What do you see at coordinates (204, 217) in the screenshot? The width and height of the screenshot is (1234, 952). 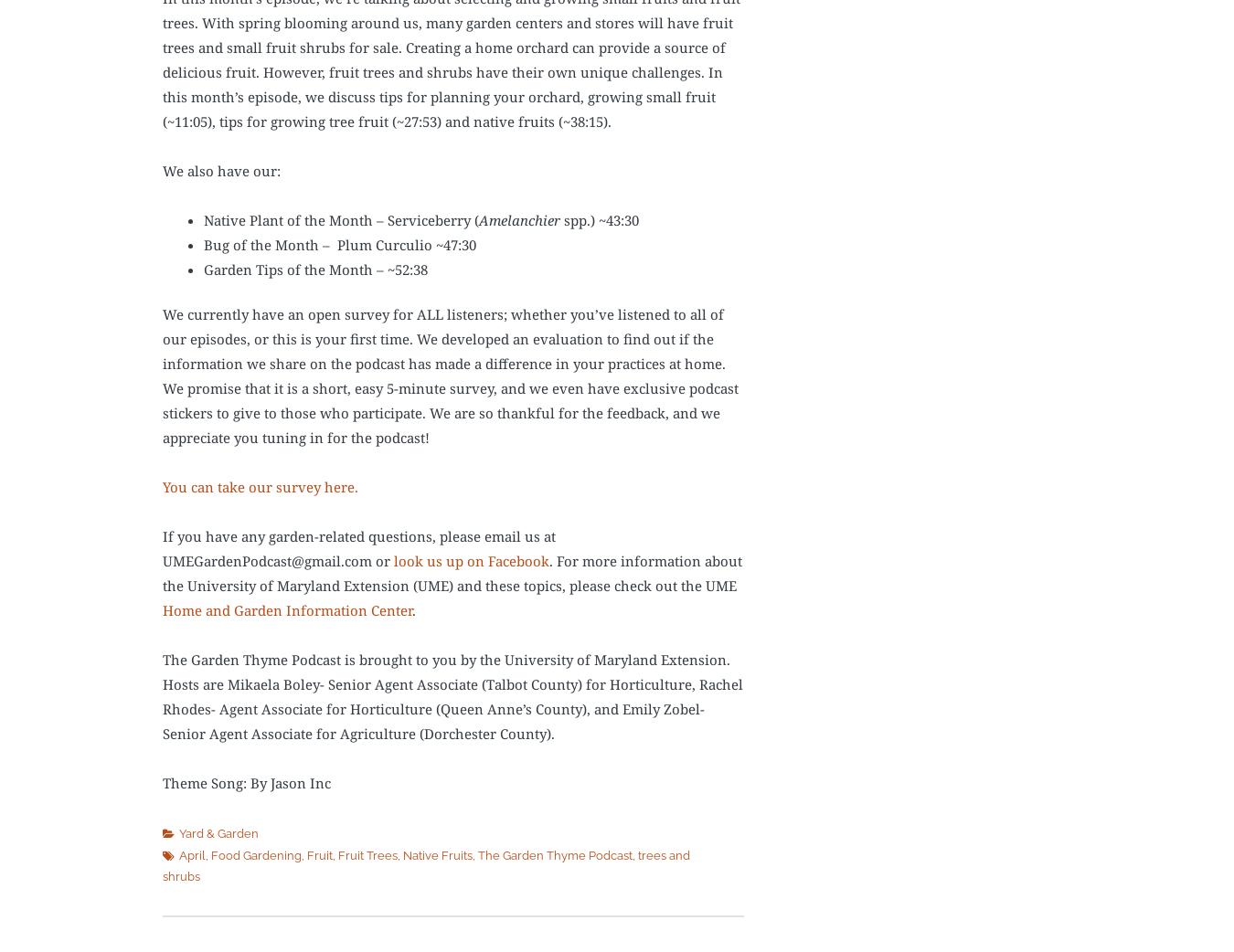 I see `'Native Plant of the Month – Serviceberry ('` at bounding box center [204, 217].